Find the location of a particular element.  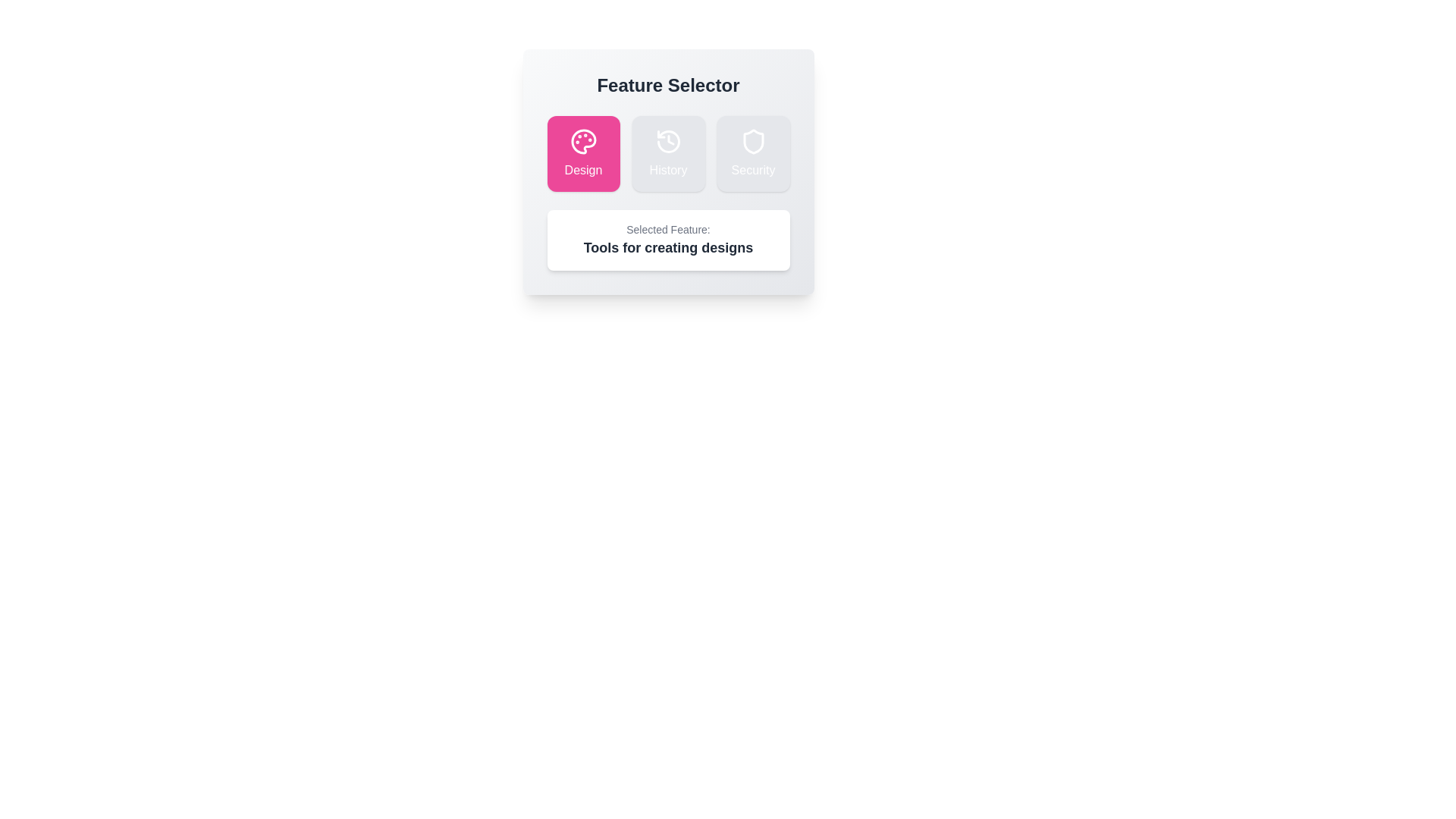

the Design button is located at coordinates (582, 154).